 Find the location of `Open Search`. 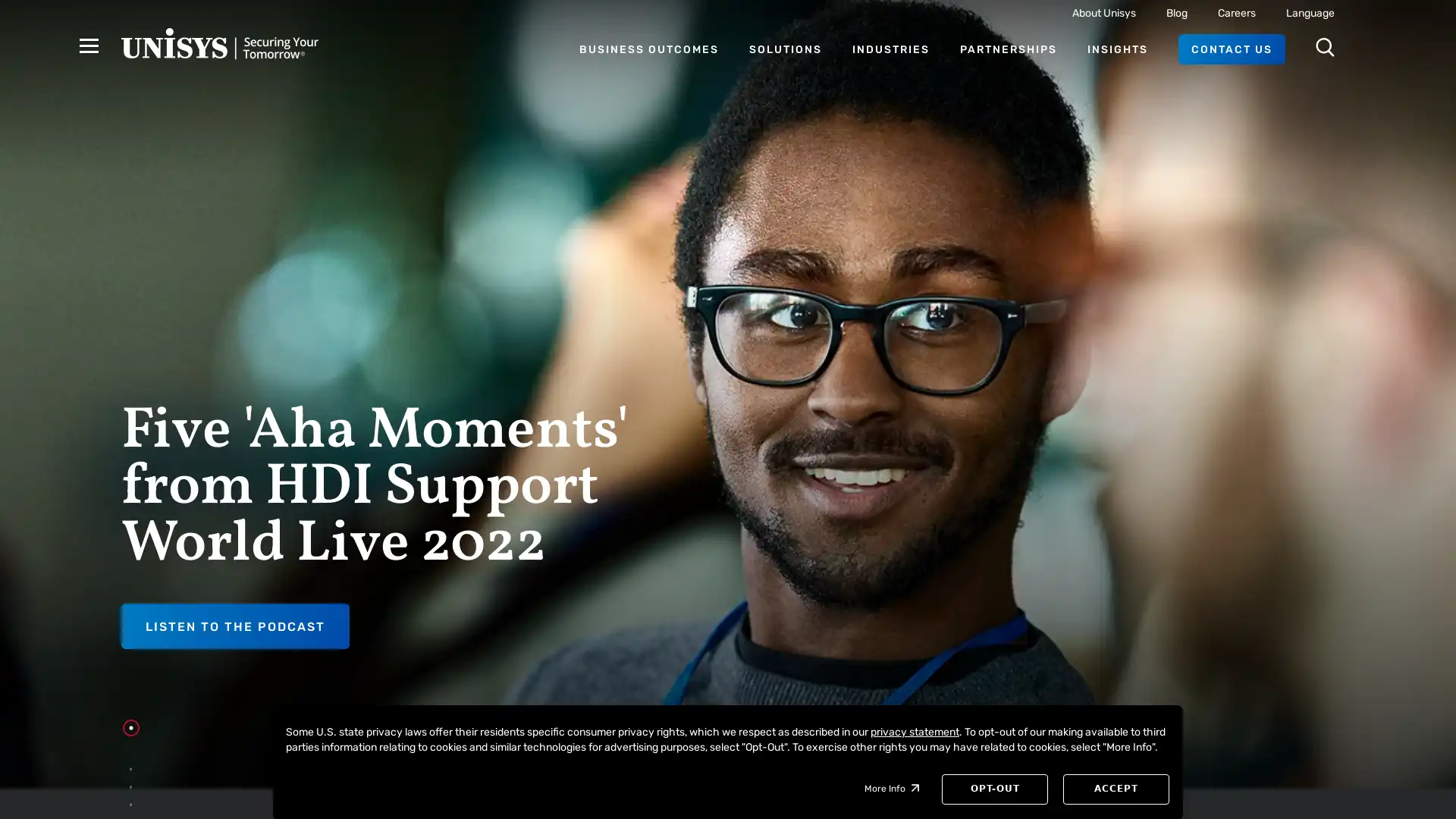

Open Search is located at coordinates (1324, 46).